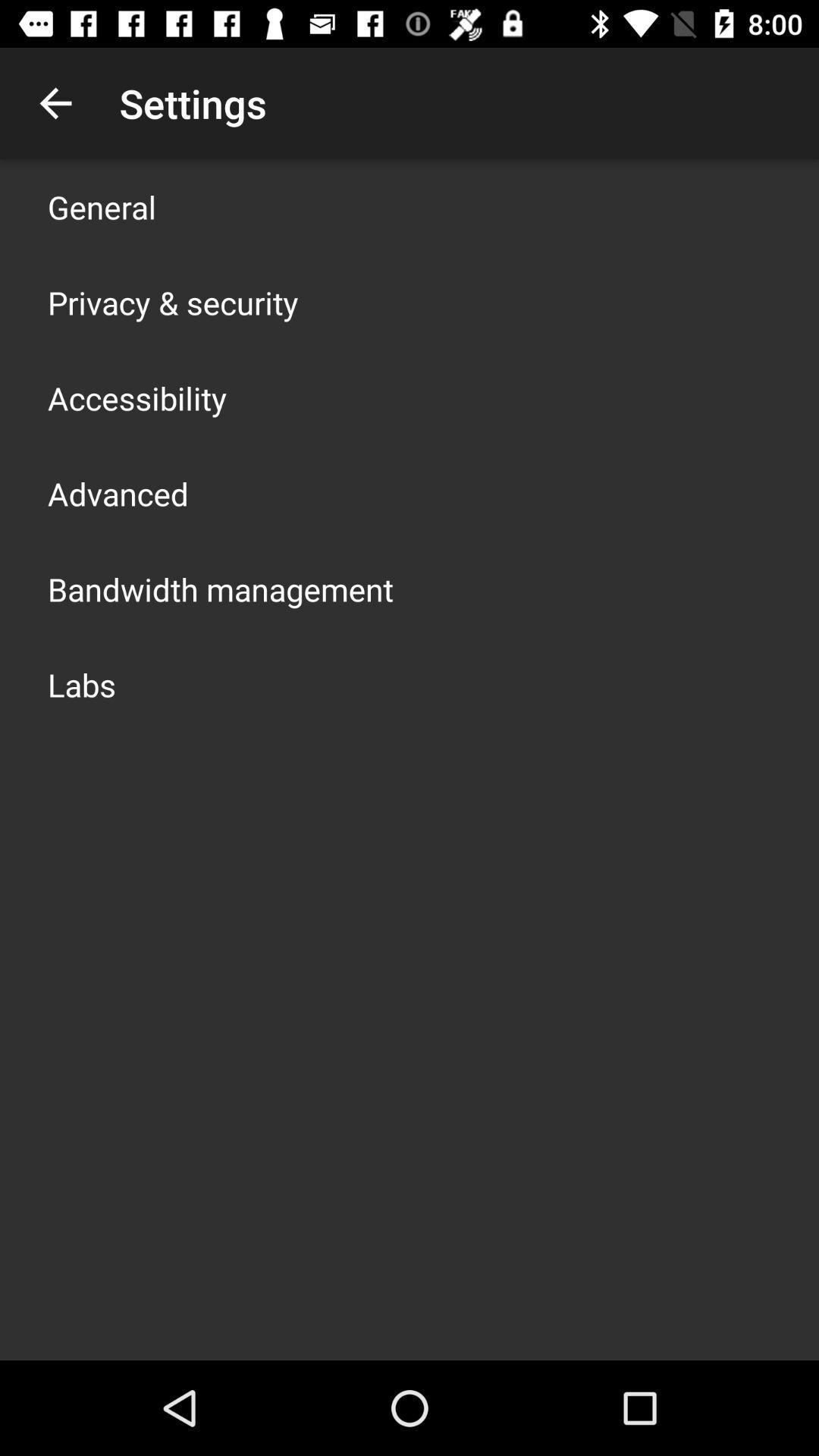 Image resolution: width=819 pixels, height=1456 pixels. Describe the element at coordinates (172, 302) in the screenshot. I see `the privacy & security icon` at that location.